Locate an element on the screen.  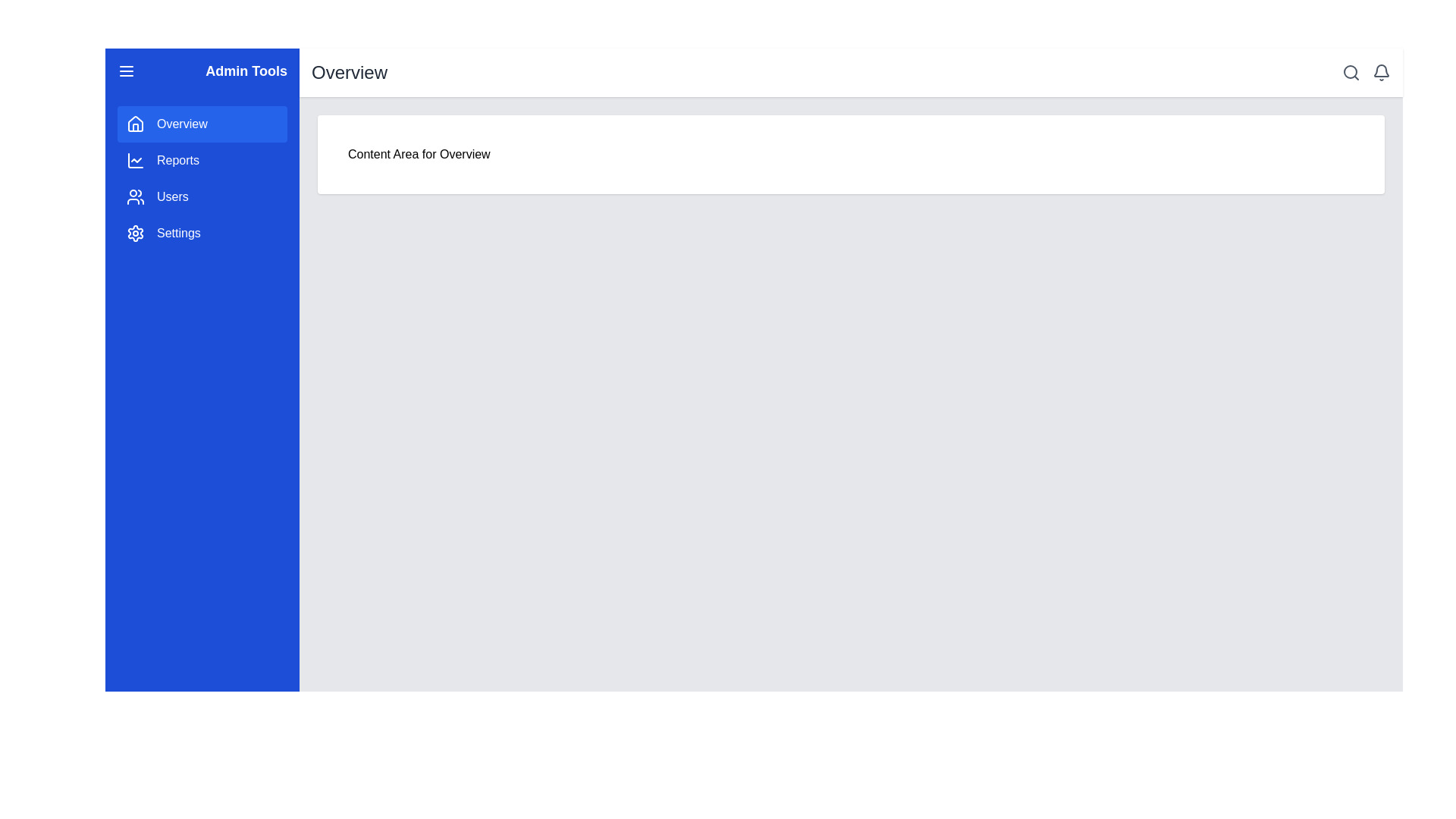
the 'Reports' icon in the left-side navigation menu, which is located directly to the left of the text label 'Reports', below 'Overview', and above 'Users' is located at coordinates (135, 161).